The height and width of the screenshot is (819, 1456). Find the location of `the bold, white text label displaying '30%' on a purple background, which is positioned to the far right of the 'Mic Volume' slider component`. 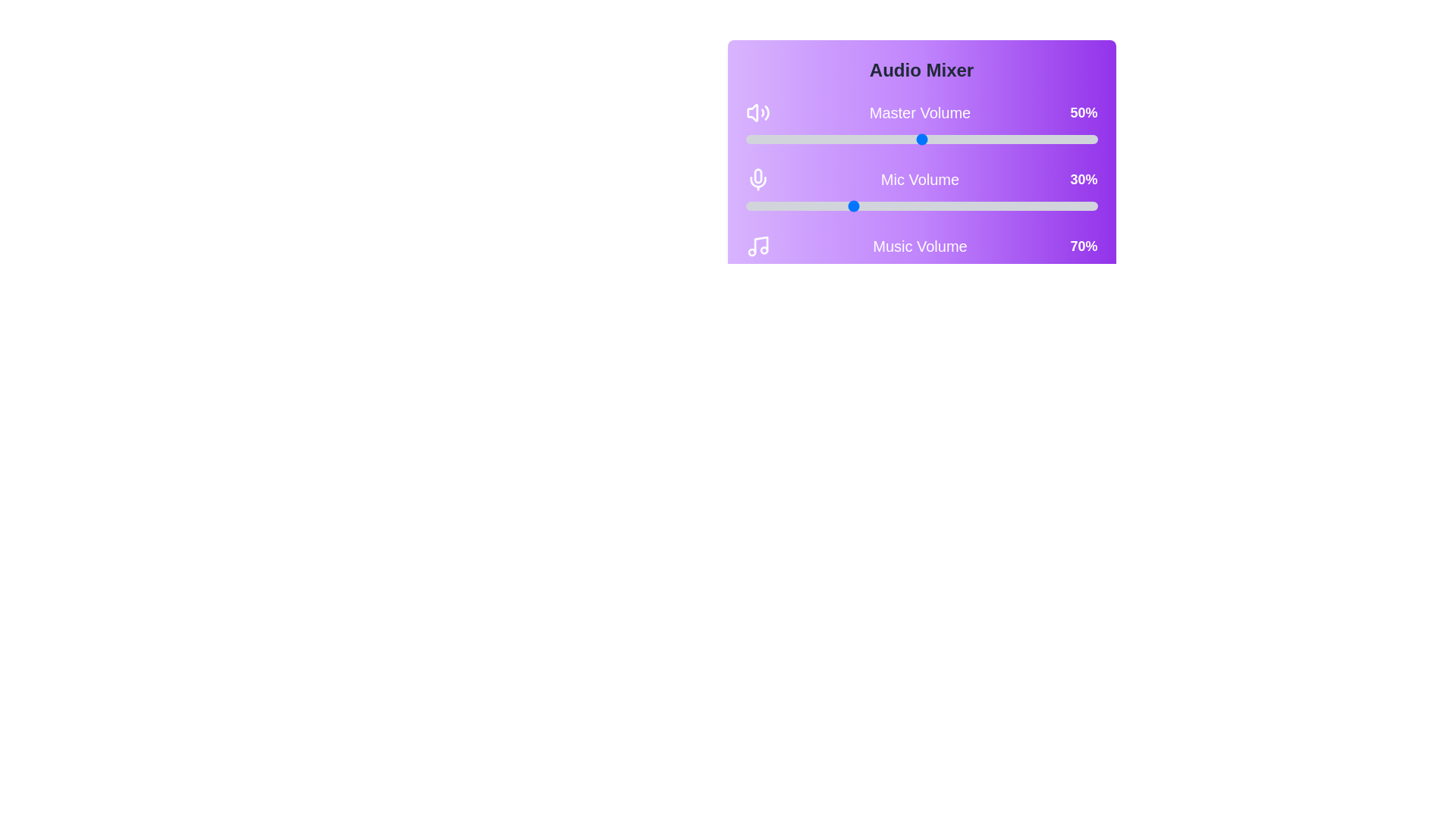

the bold, white text label displaying '30%' on a purple background, which is positioned to the far right of the 'Mic Volume' slider component is located at coordinates (1083, 178).